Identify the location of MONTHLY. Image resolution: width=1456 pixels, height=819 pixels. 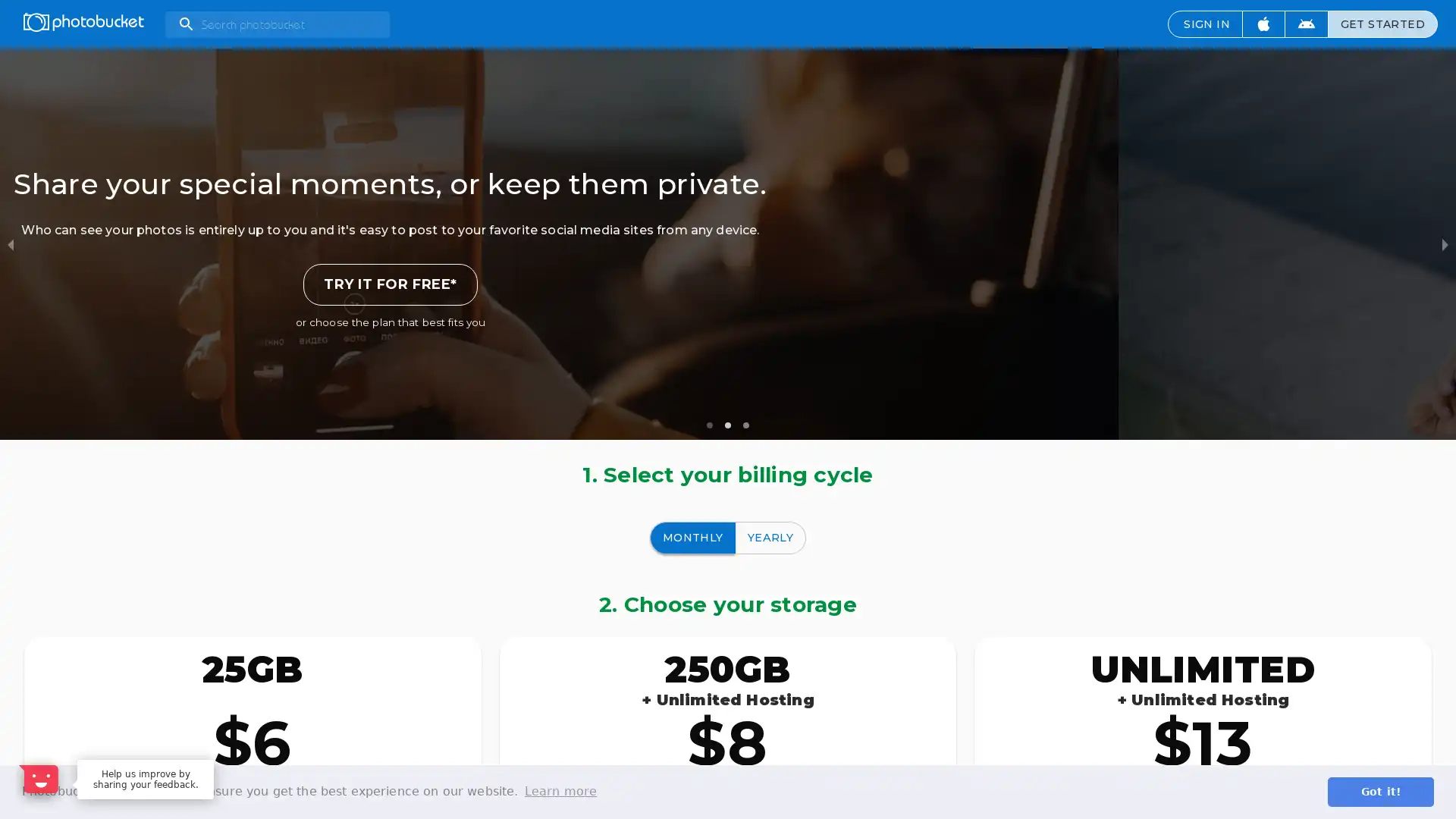
(691, 537).